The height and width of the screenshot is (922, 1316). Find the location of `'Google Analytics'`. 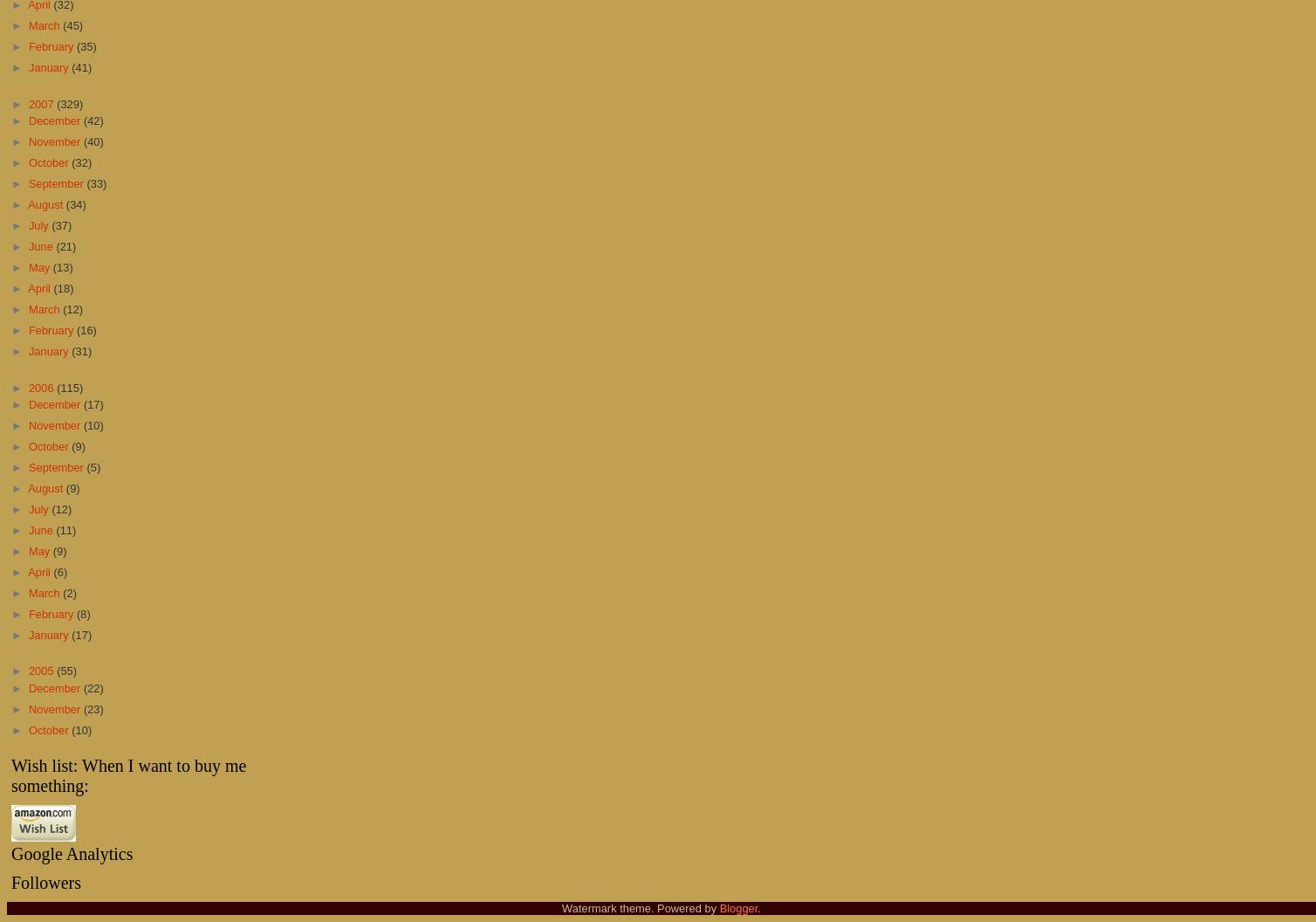

'Google Analytics' is located at coordinates (72, 853).